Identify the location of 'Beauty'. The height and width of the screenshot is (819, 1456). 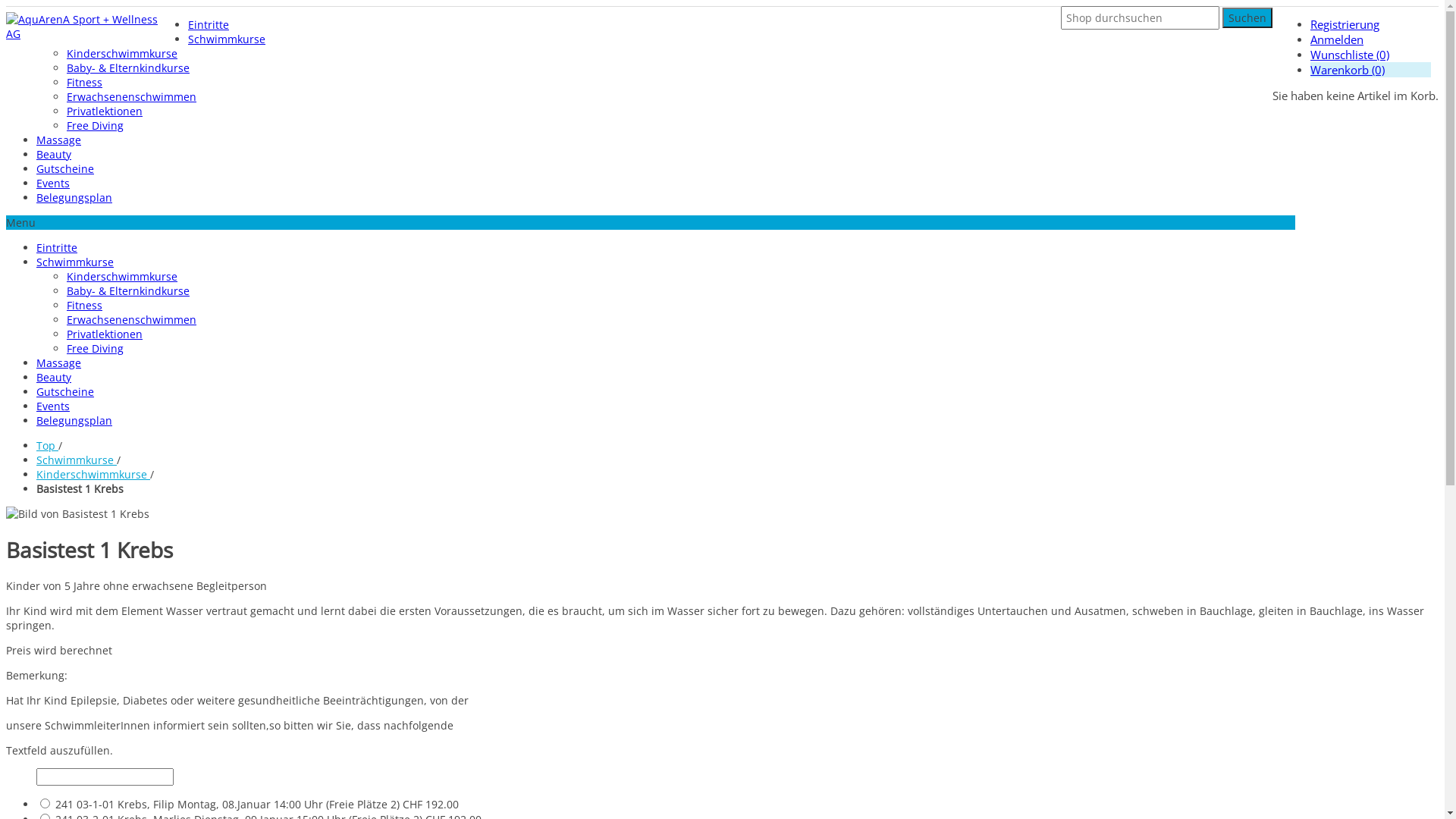
(54, 376).